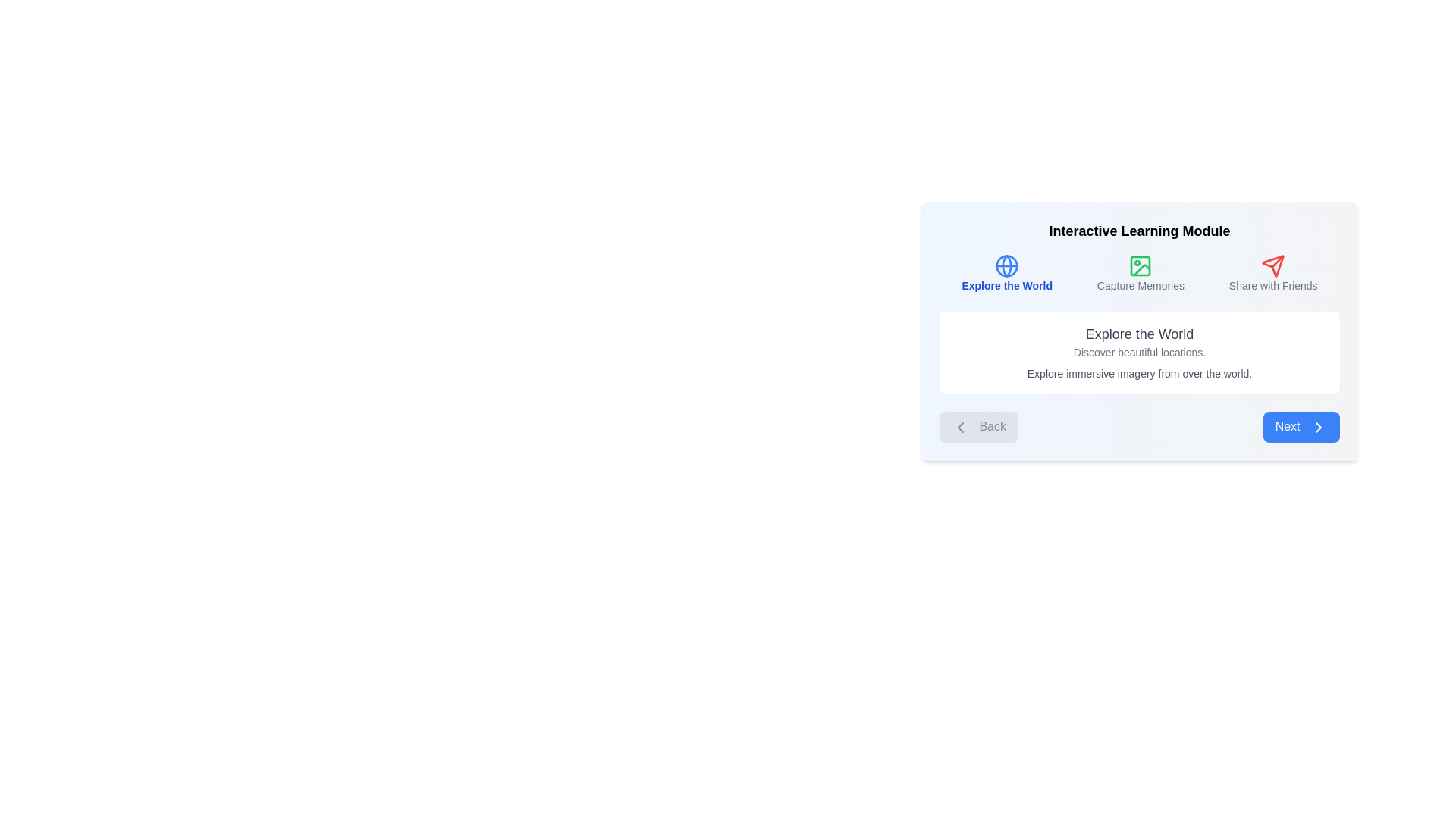  Describe the element at coordinates (1141, 274) in the screenshot. I see `the central button in the horizontal trio of options that allows users` at that location.